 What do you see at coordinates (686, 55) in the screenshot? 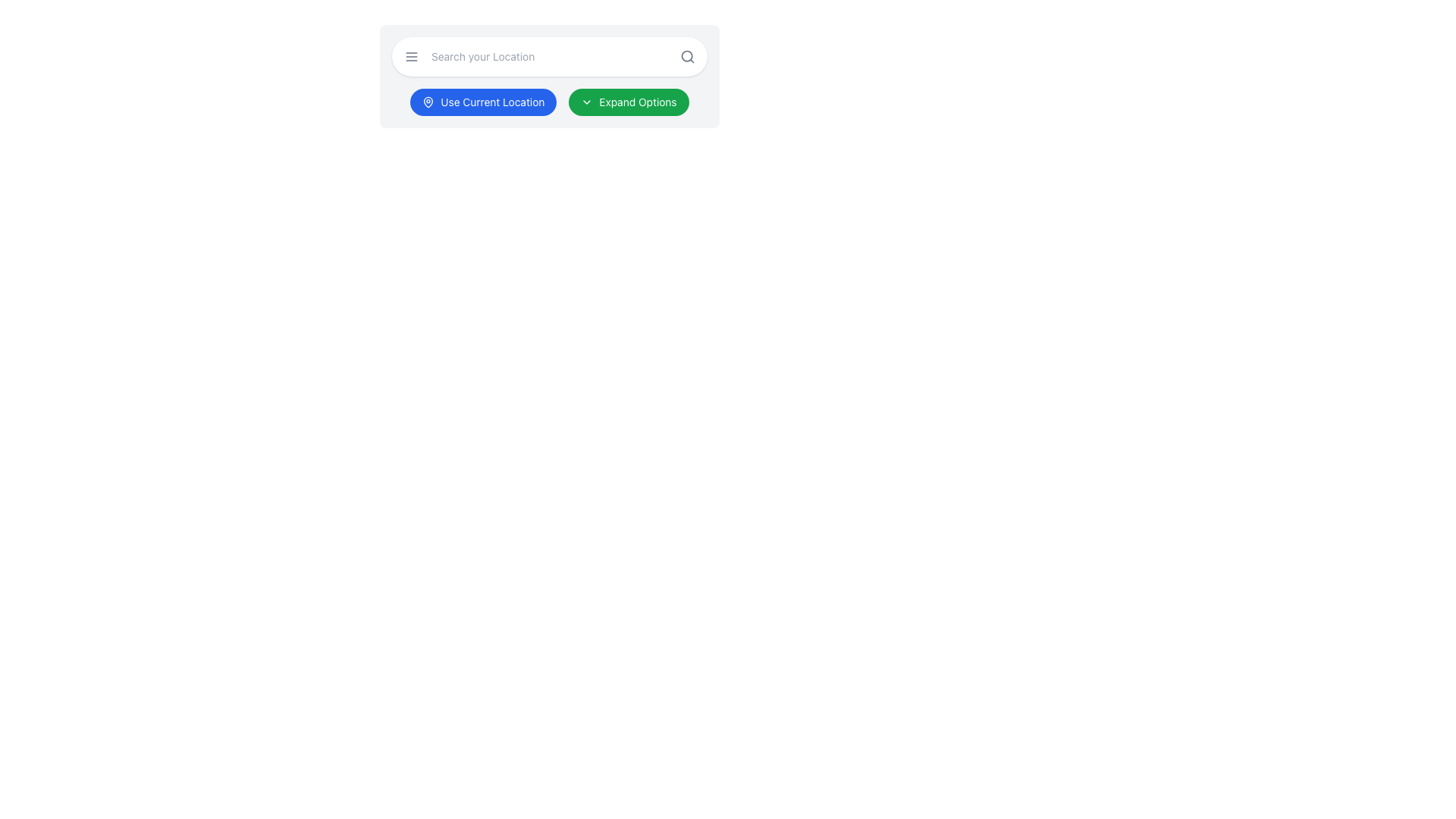
I see `the SVG circle located at the center of the search icon within the search bar, positioned on the right side of the input field` at bounding box center [686, 55].